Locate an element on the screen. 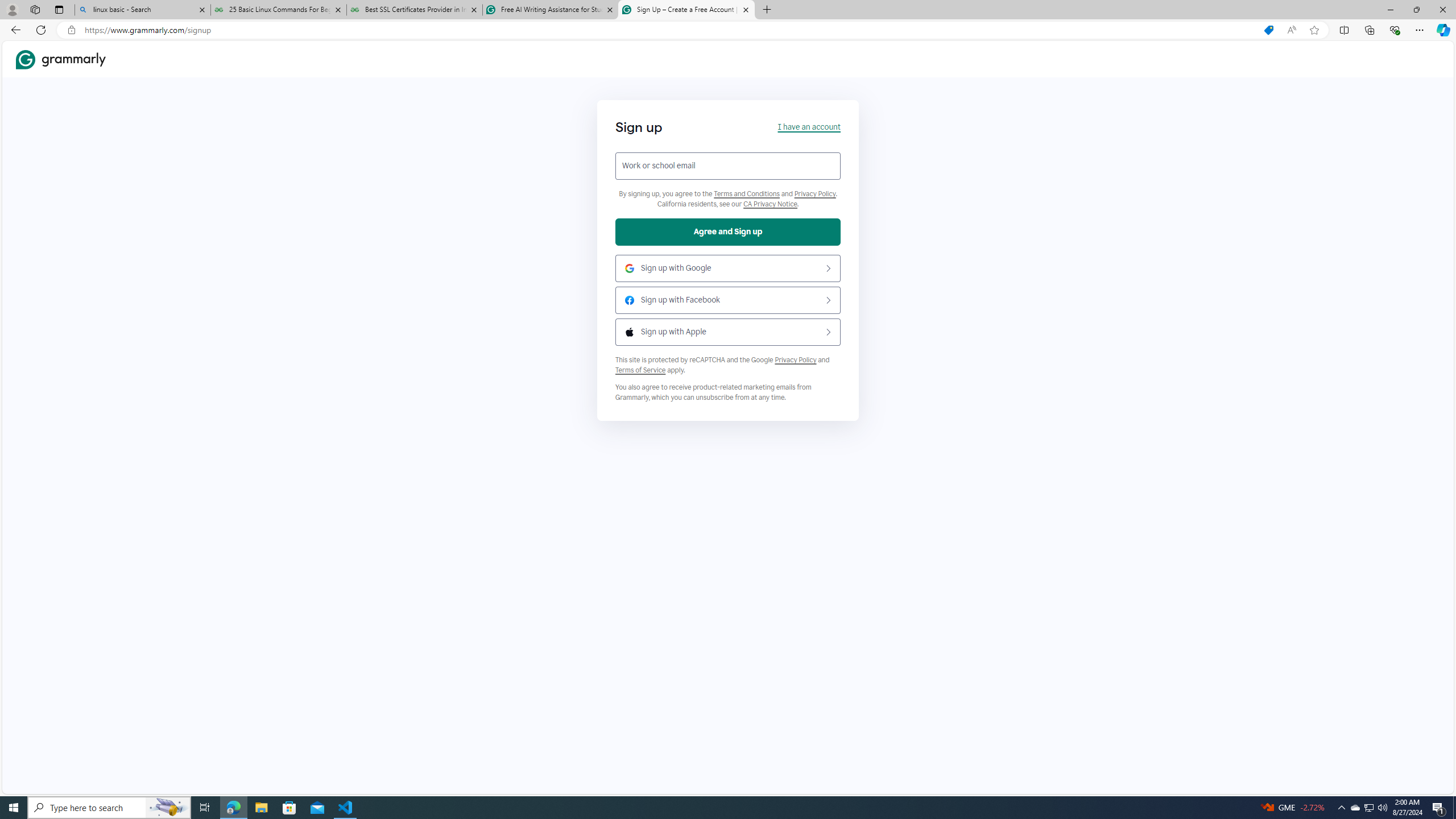  'Agree and Sign up' is located at coordinates (728, 231).